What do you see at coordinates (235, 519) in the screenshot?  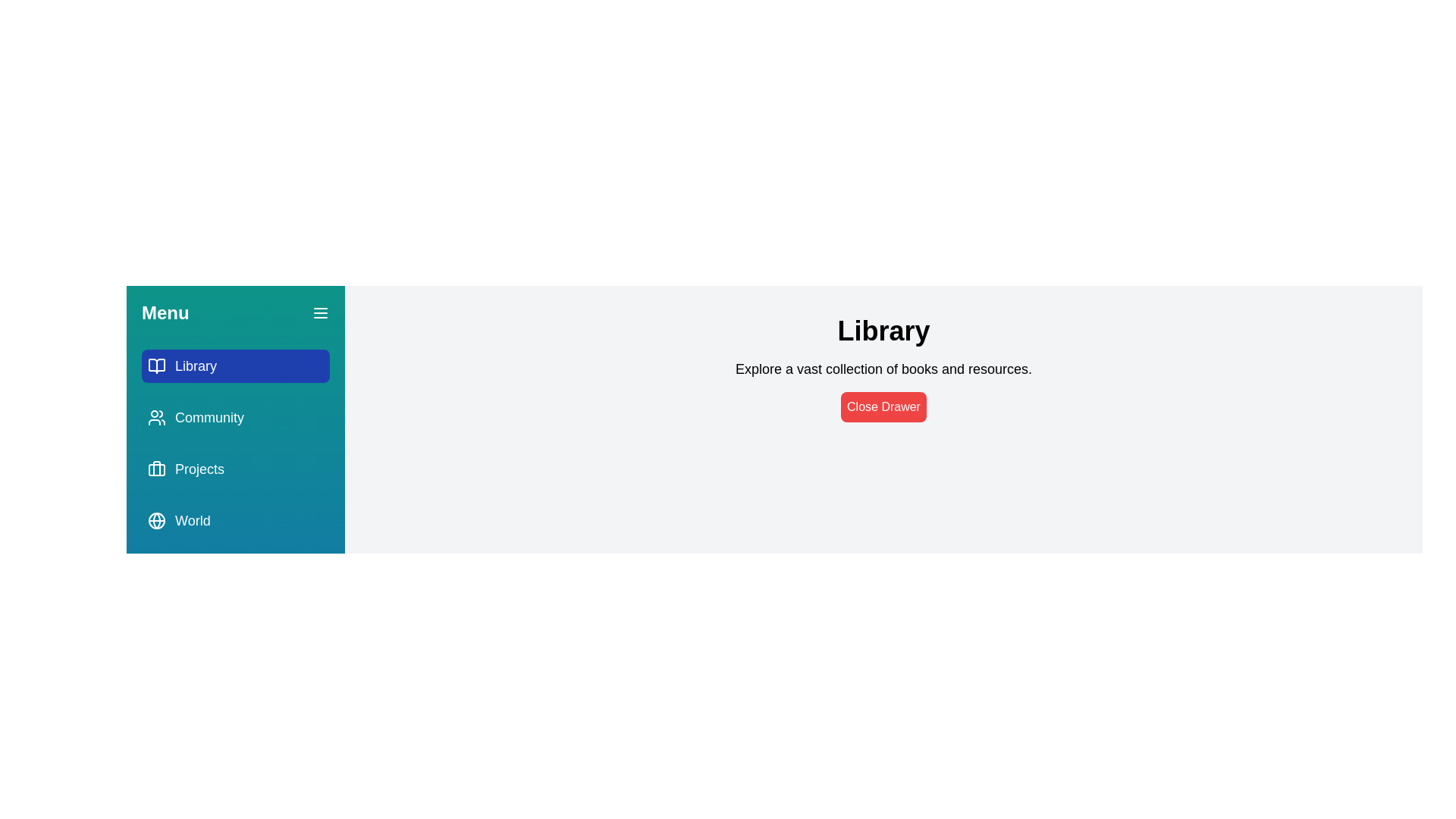 I see `the menu item World to observe its hover effect` at bounding box center [235, 519].